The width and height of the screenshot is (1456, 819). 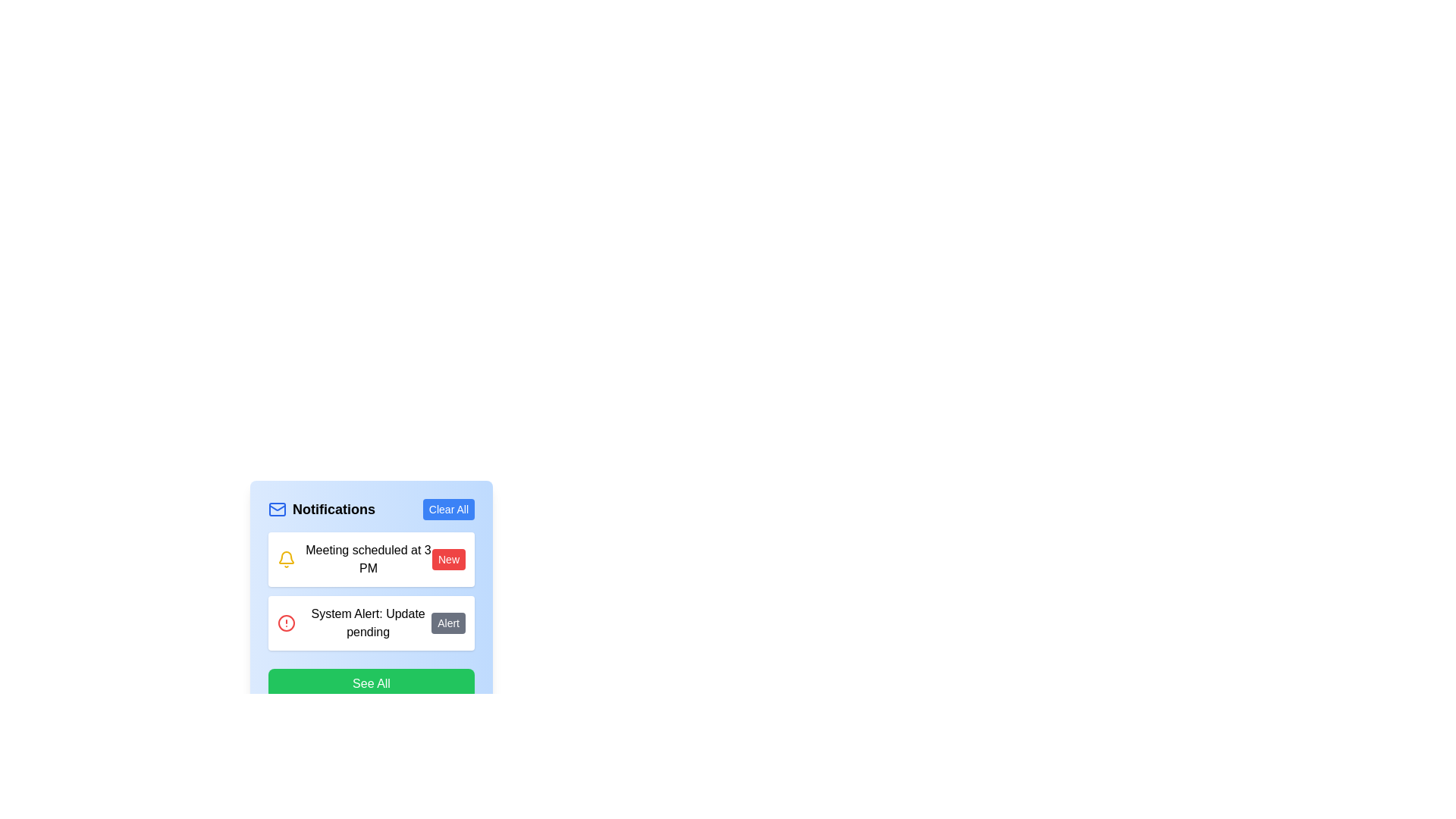 I want to click on the mail icon by clicking on the center of the lower blue rectangle that forms the body of the envelope illustration in the Notifications section, so click(x=277, y=509).